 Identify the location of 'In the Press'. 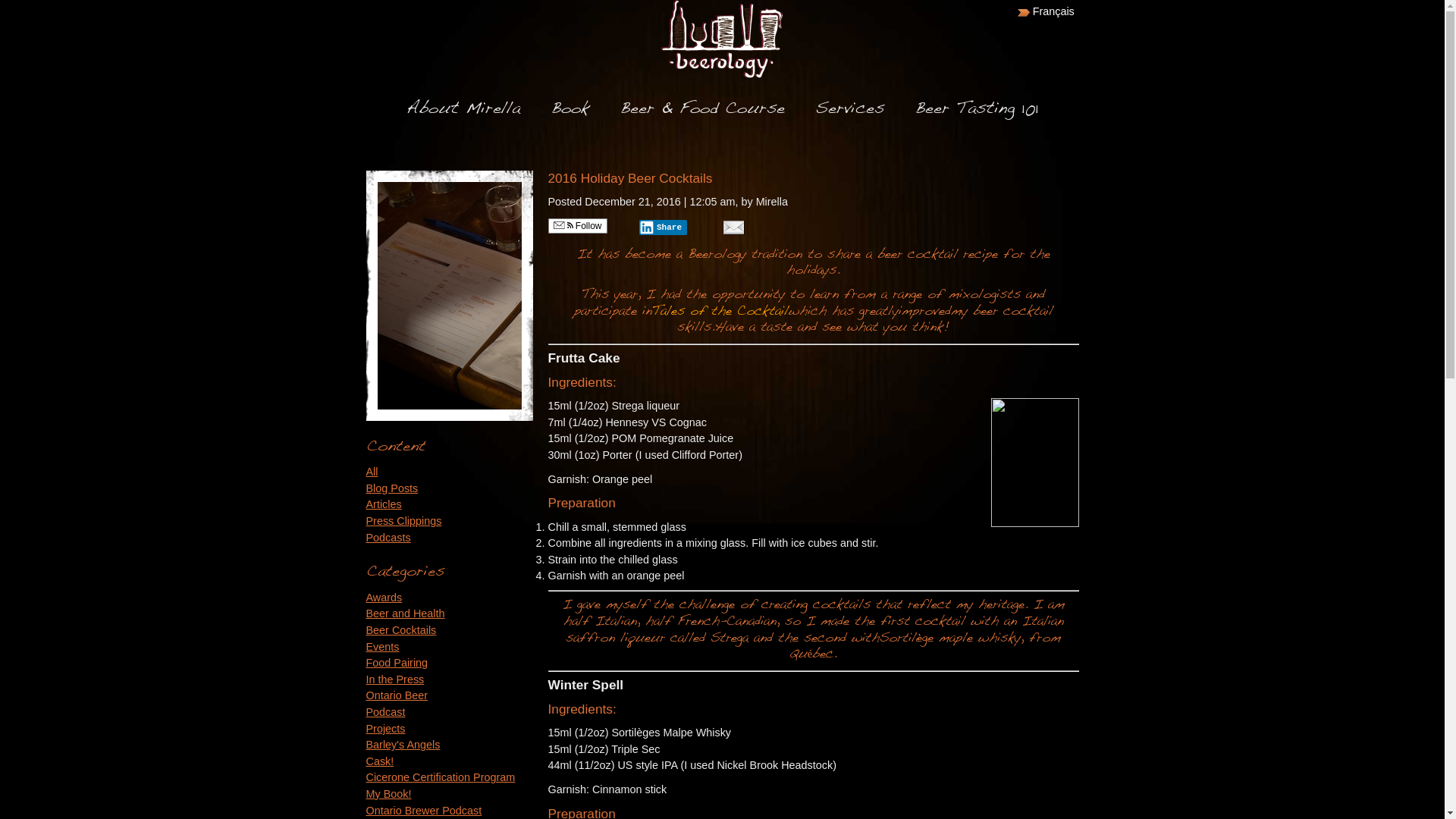
(394, 678).